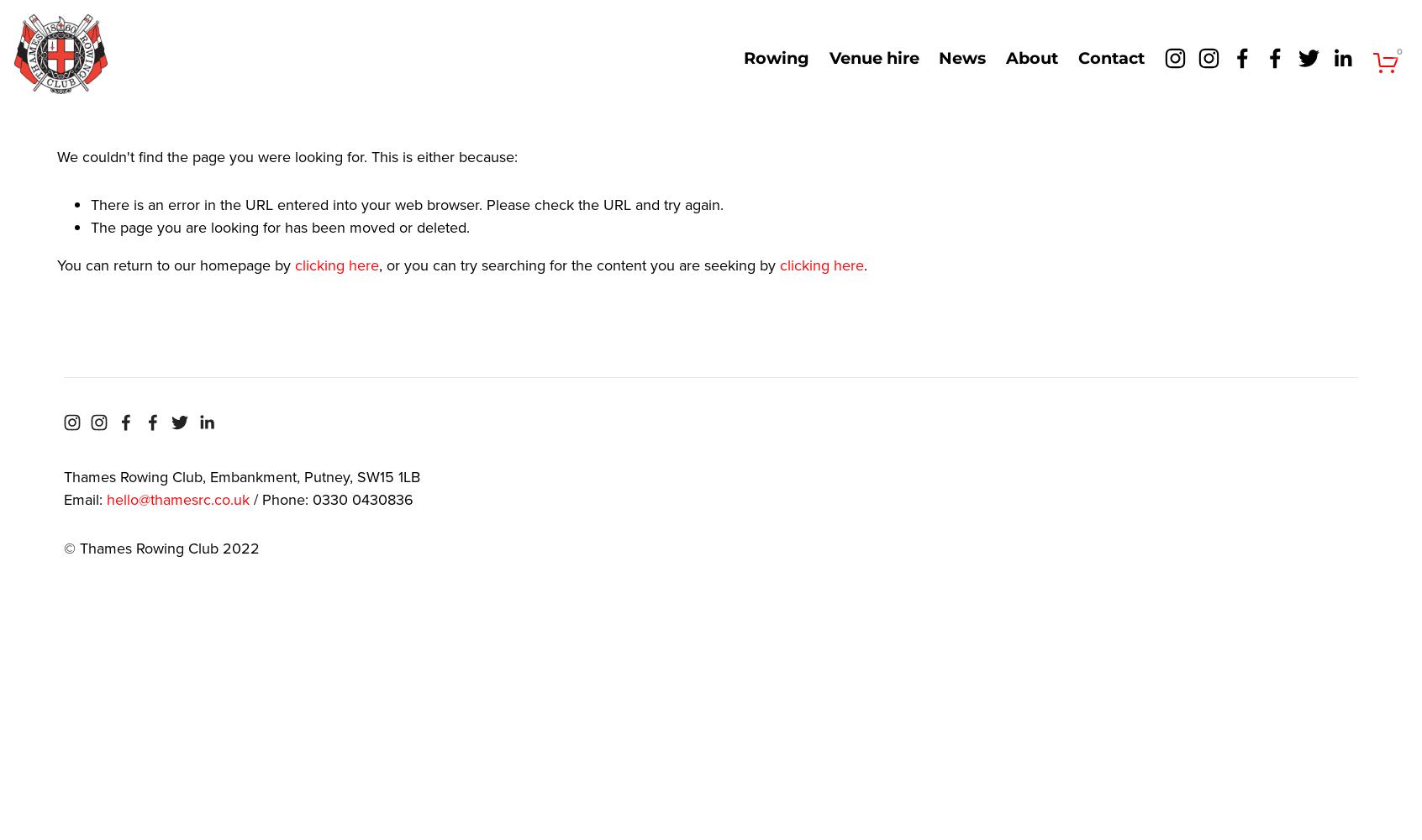 This screenshot has width=1422, height=840. Describe the element at coordinates (331, 499) in the screenshot. I see `'/ Phone: 0330 0430836'` at that location.